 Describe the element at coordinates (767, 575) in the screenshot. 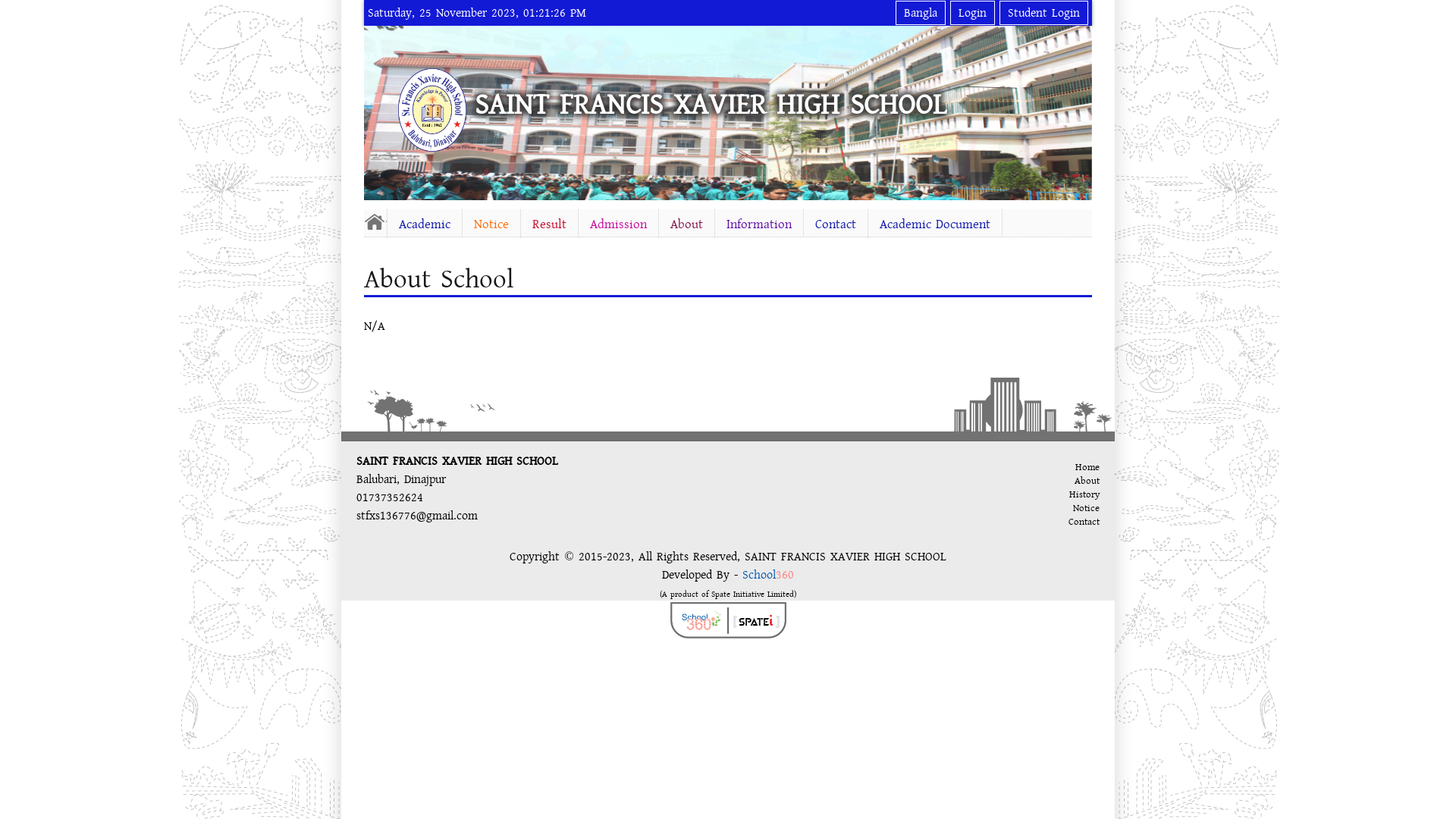

I see `'School360'` at that location.